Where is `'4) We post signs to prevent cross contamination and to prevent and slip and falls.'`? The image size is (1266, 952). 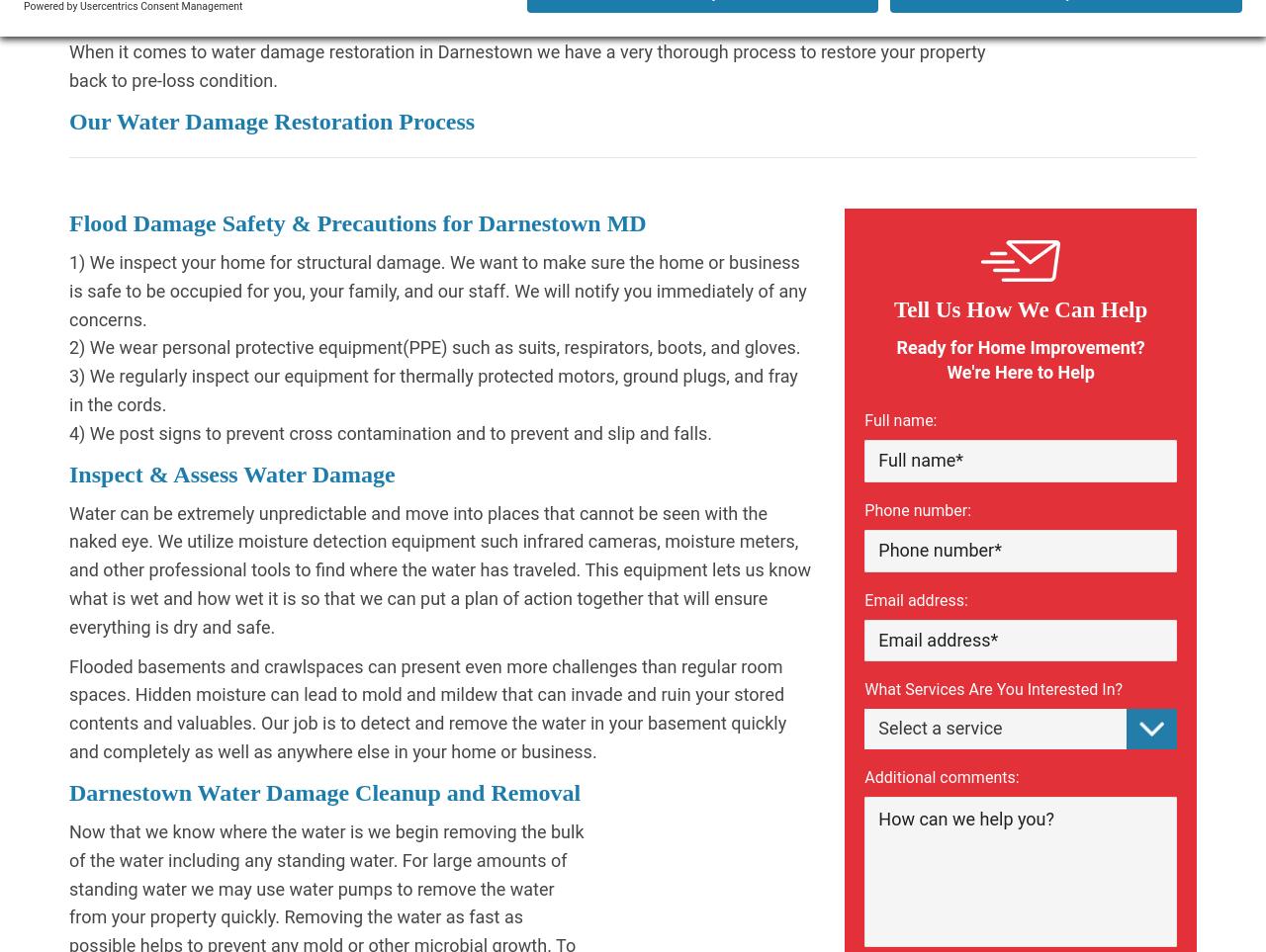 '4) We post signs to prevent cross contamination and to prevent and slip and falls.' is located at coordinates (69, 432).